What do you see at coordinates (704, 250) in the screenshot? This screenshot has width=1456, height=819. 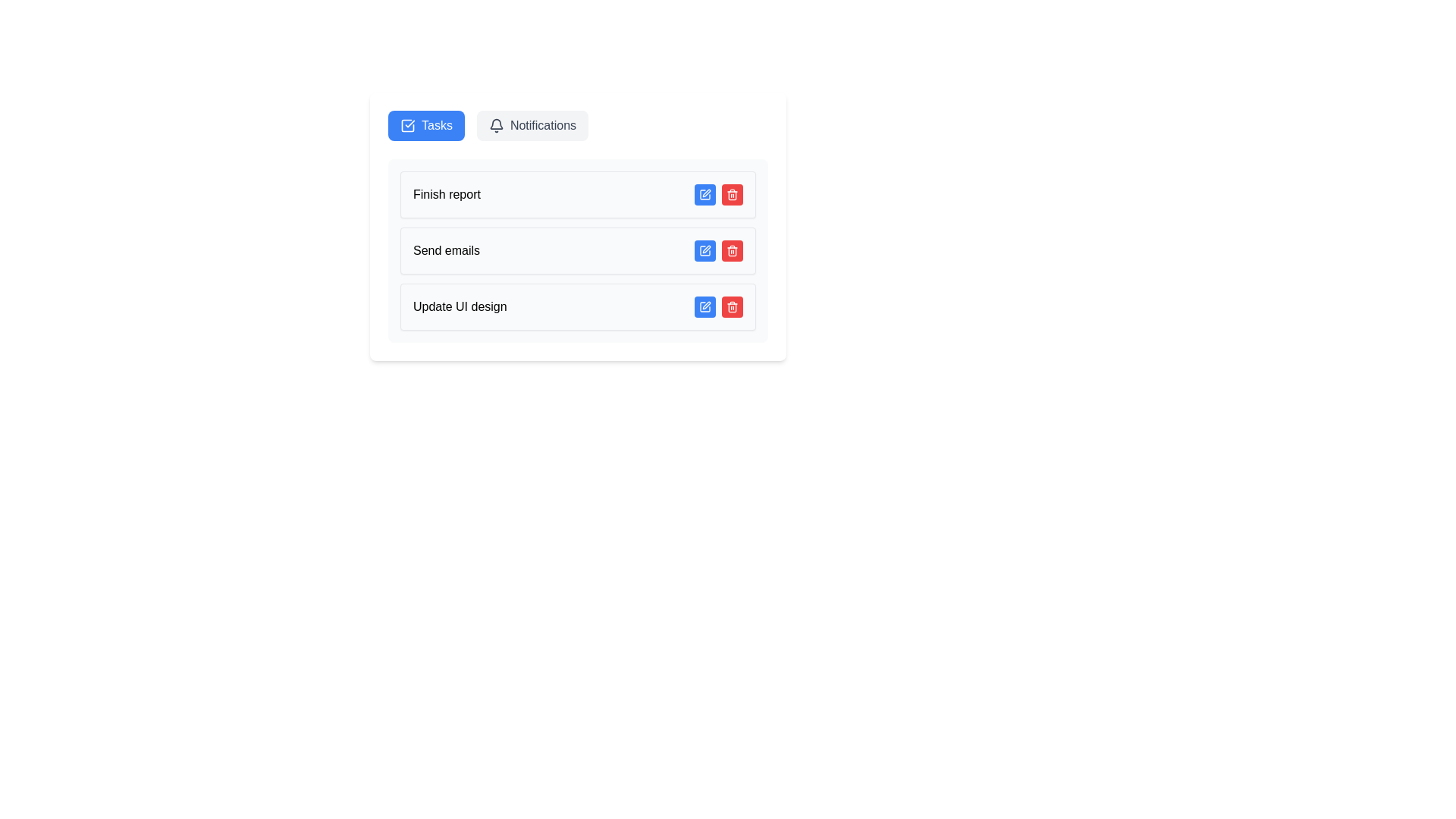 I see `the second edit button for the 'Send emails' task` at bounding box center [704, 250].